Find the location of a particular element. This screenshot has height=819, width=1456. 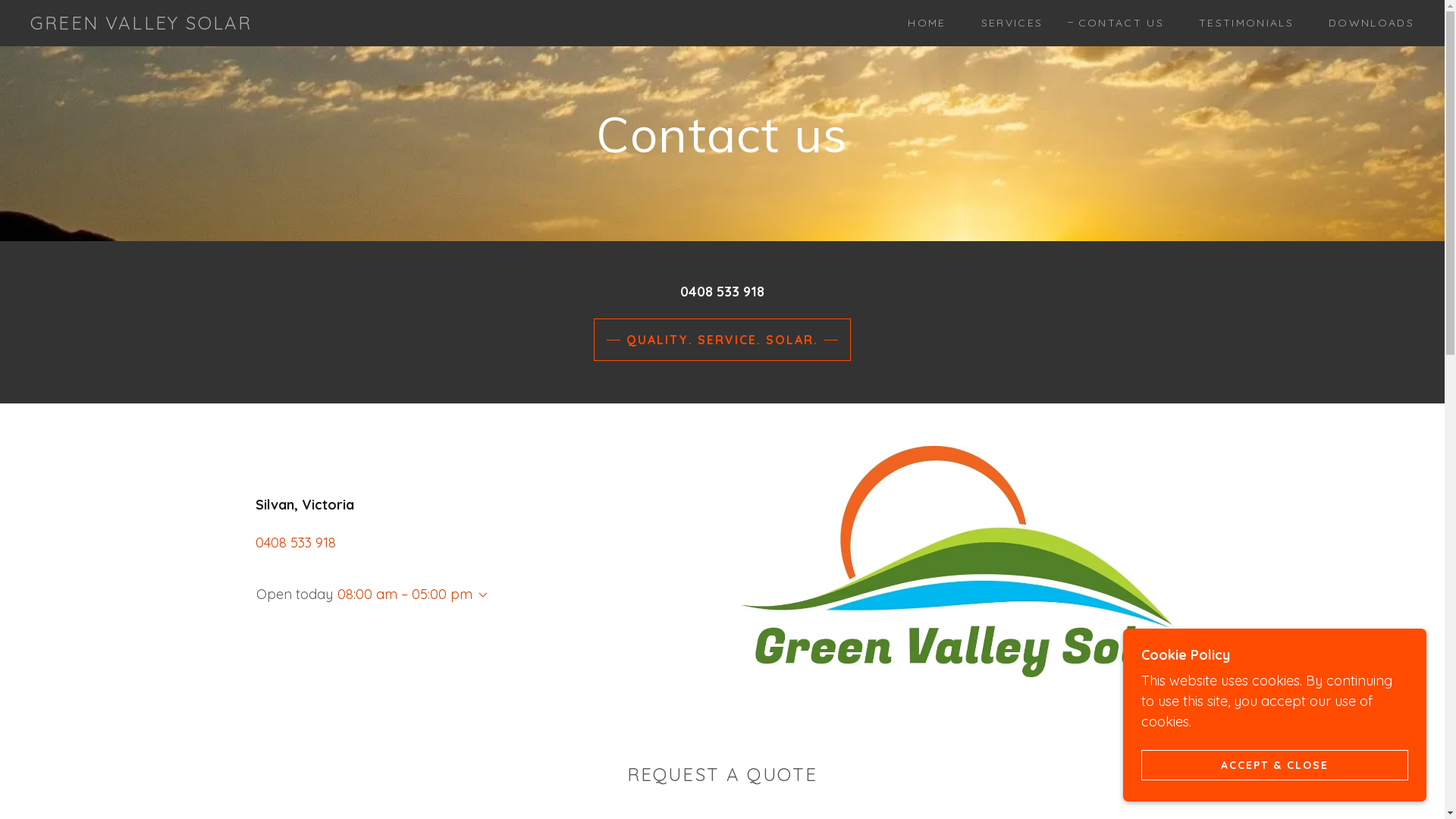

'HOME' is located at coordinates (920, 23).